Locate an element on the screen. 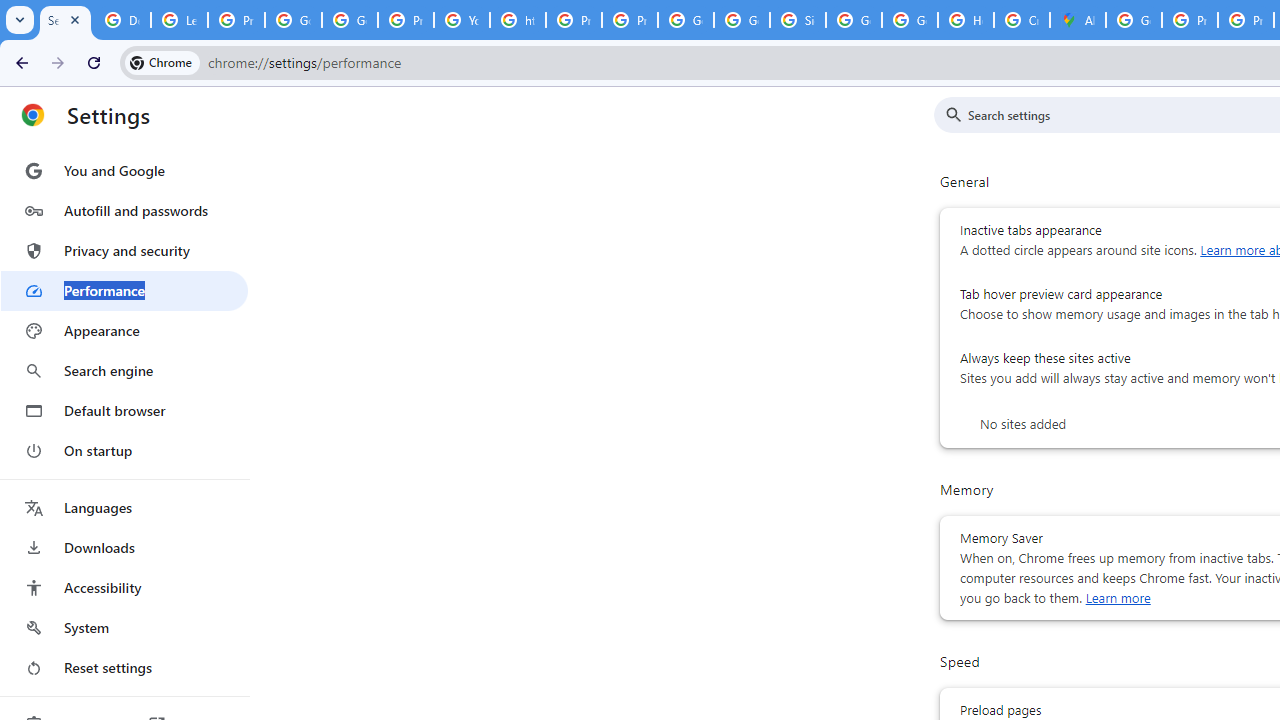 The height and width of the screenshot is (720, 1280). 'Privacy Help Center - Policies Help' is located at coordinates (573, 20).